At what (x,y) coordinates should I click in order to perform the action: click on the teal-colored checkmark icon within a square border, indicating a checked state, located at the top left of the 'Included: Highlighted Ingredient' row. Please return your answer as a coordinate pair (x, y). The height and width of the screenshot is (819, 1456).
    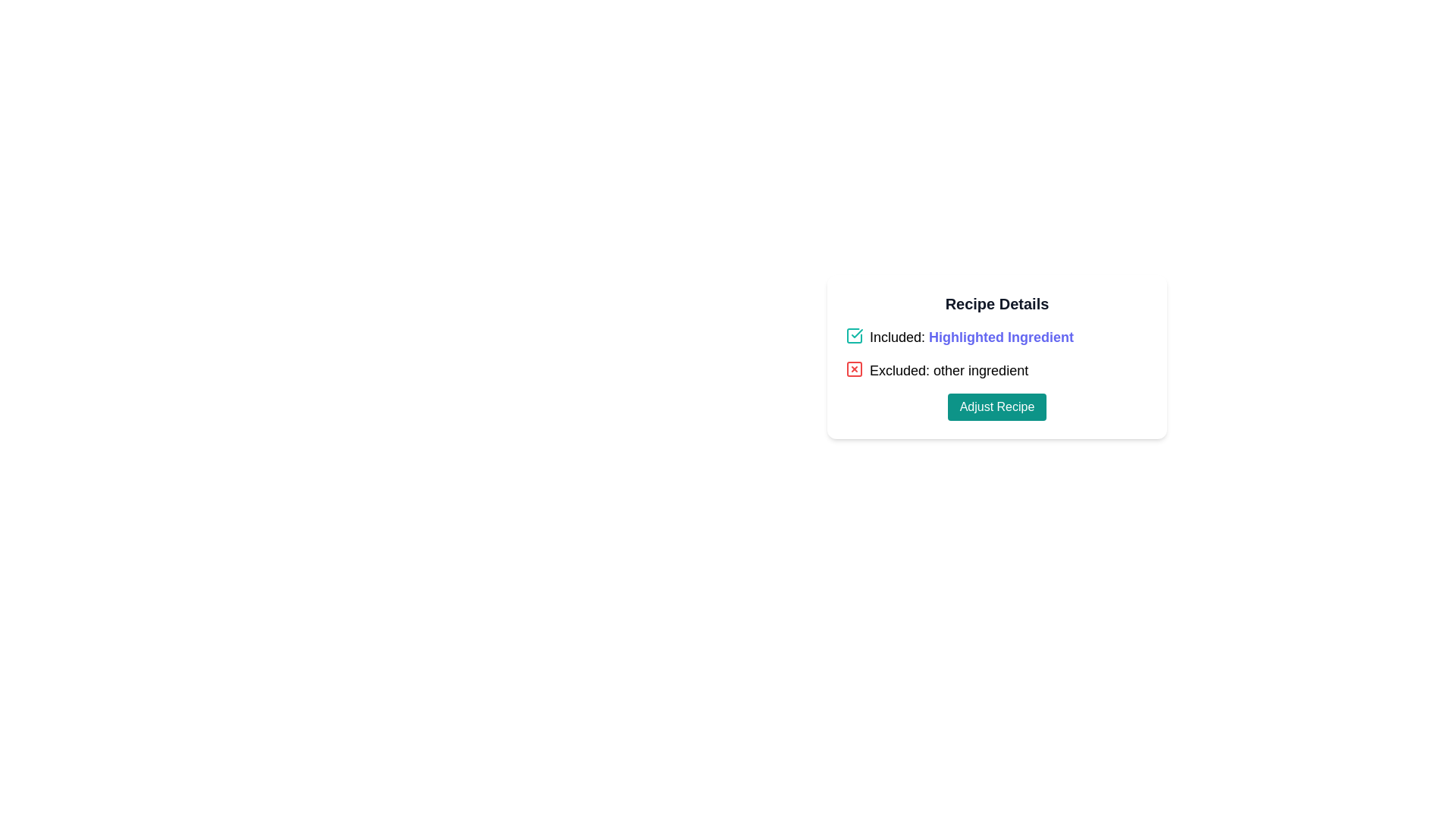
    Looking at the image, I should click on (855, 335).